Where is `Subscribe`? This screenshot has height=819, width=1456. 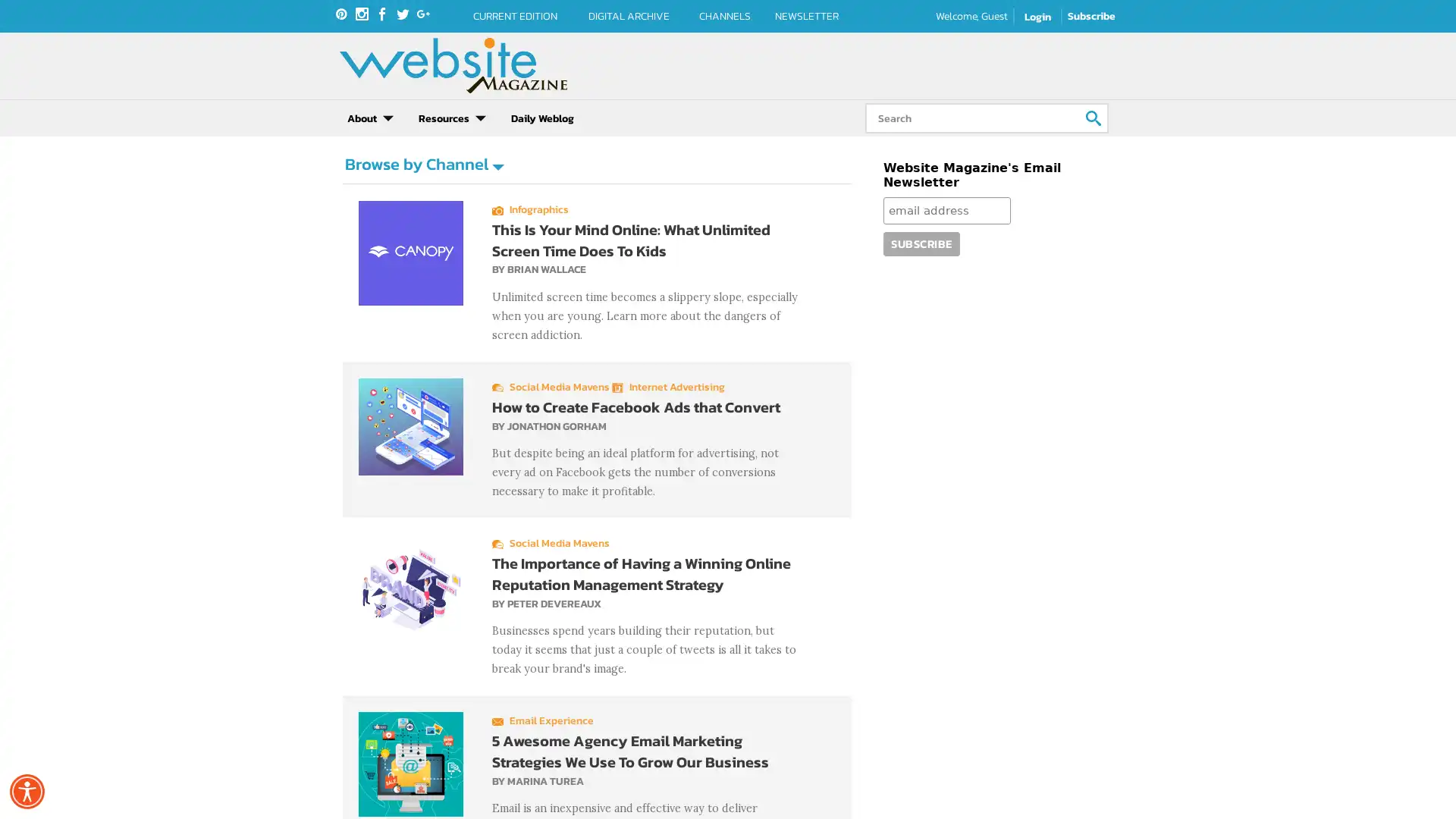
Subscribe is located at coordinates (920, 270).